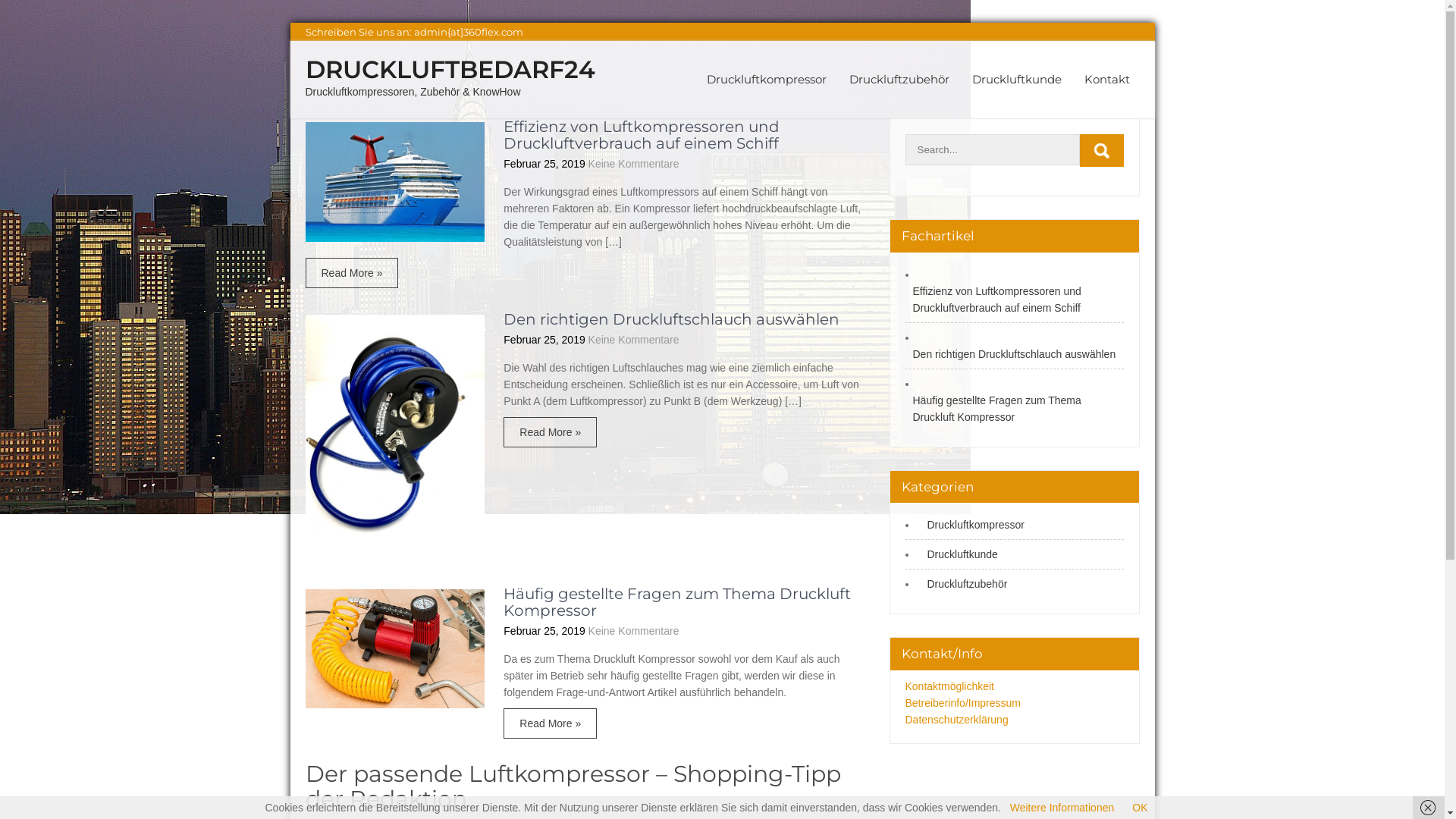 This screenshot has height=819, width=1456. I want to click on 'DRUCKLUFTBEDARF24', so click(449, 69).